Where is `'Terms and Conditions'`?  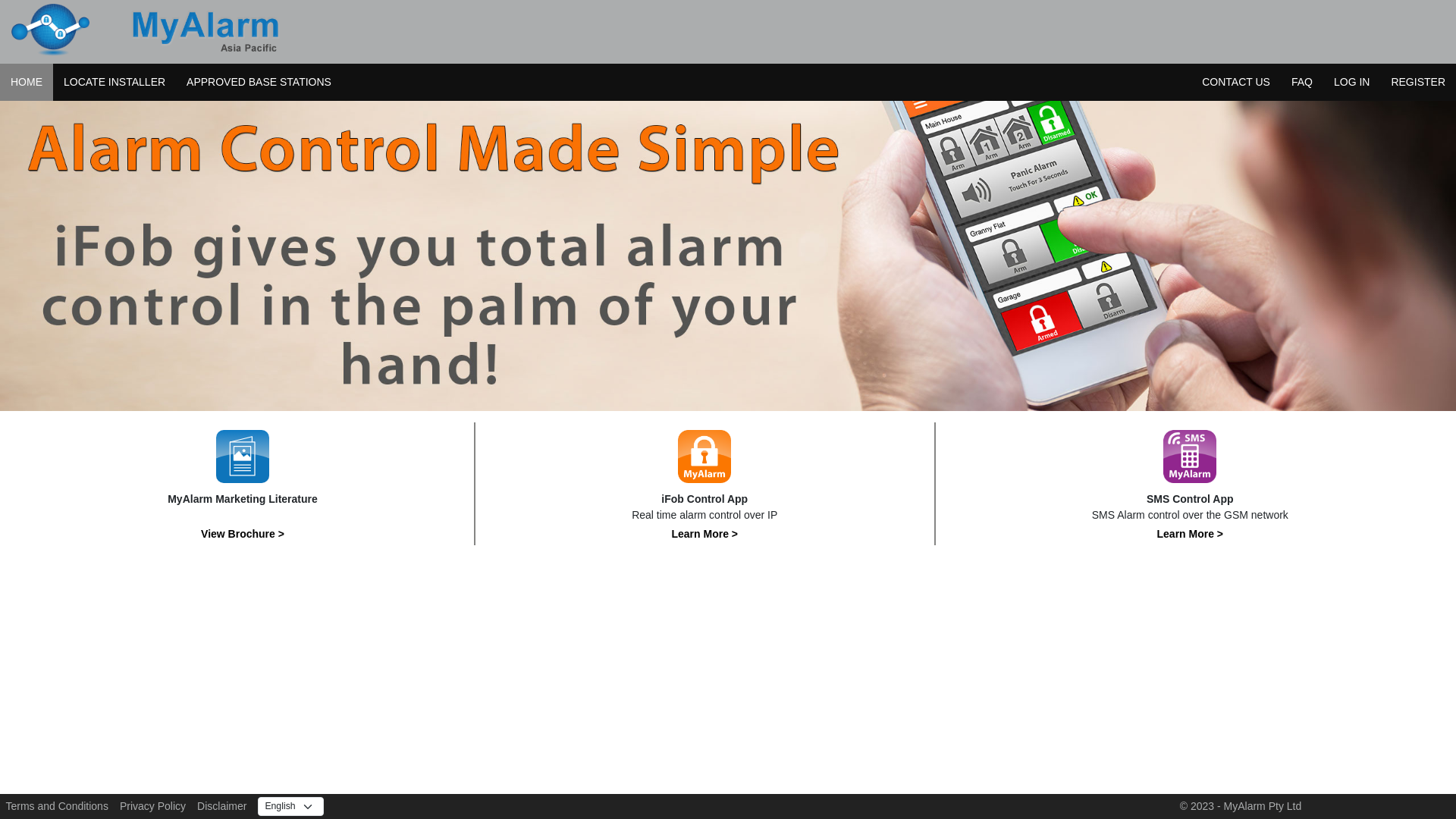 'Terms and Conditions' is located at coordinates (57, 805).